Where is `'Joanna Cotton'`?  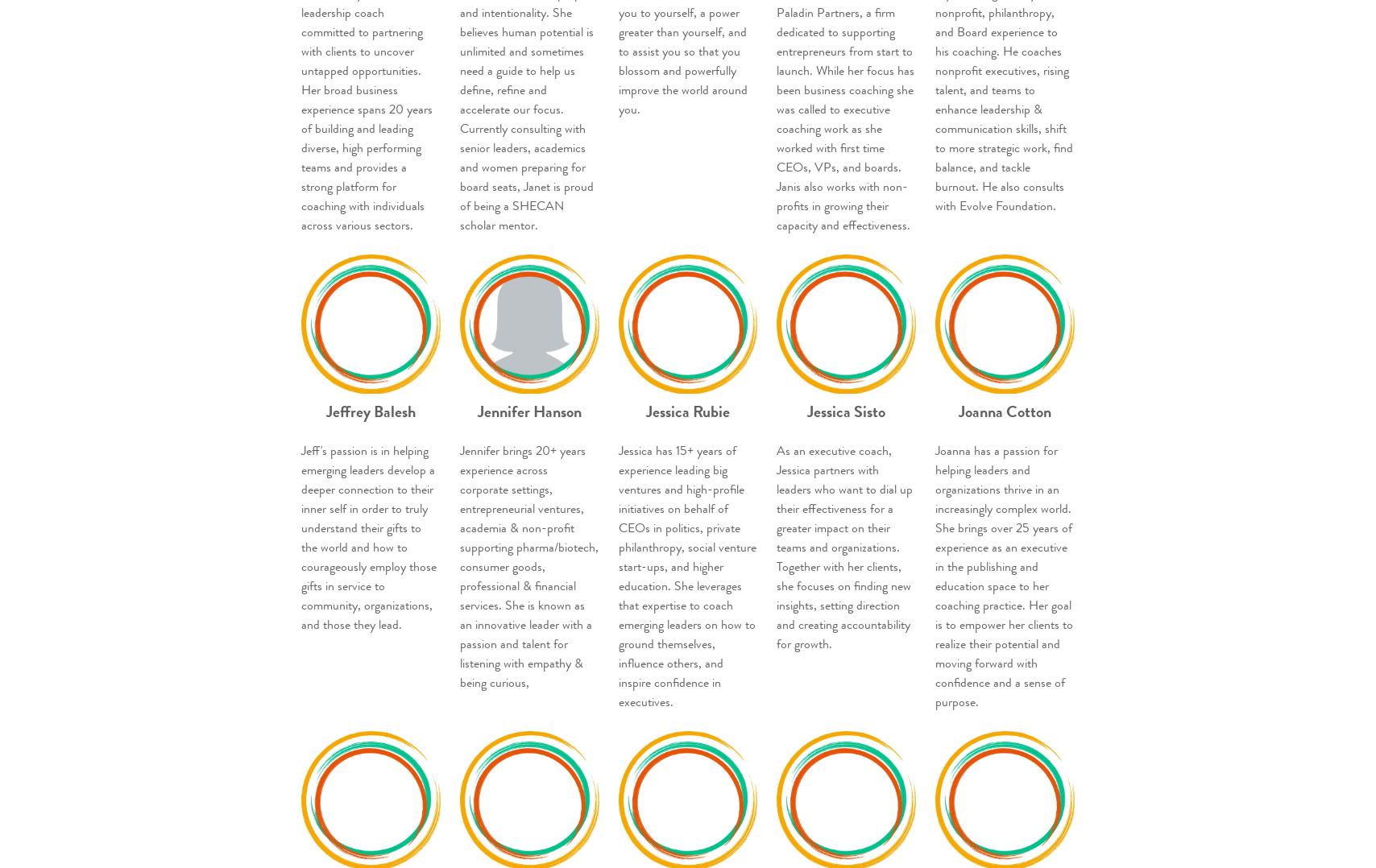
'Joanna Cotton' is located at coordinates (1005, 411).